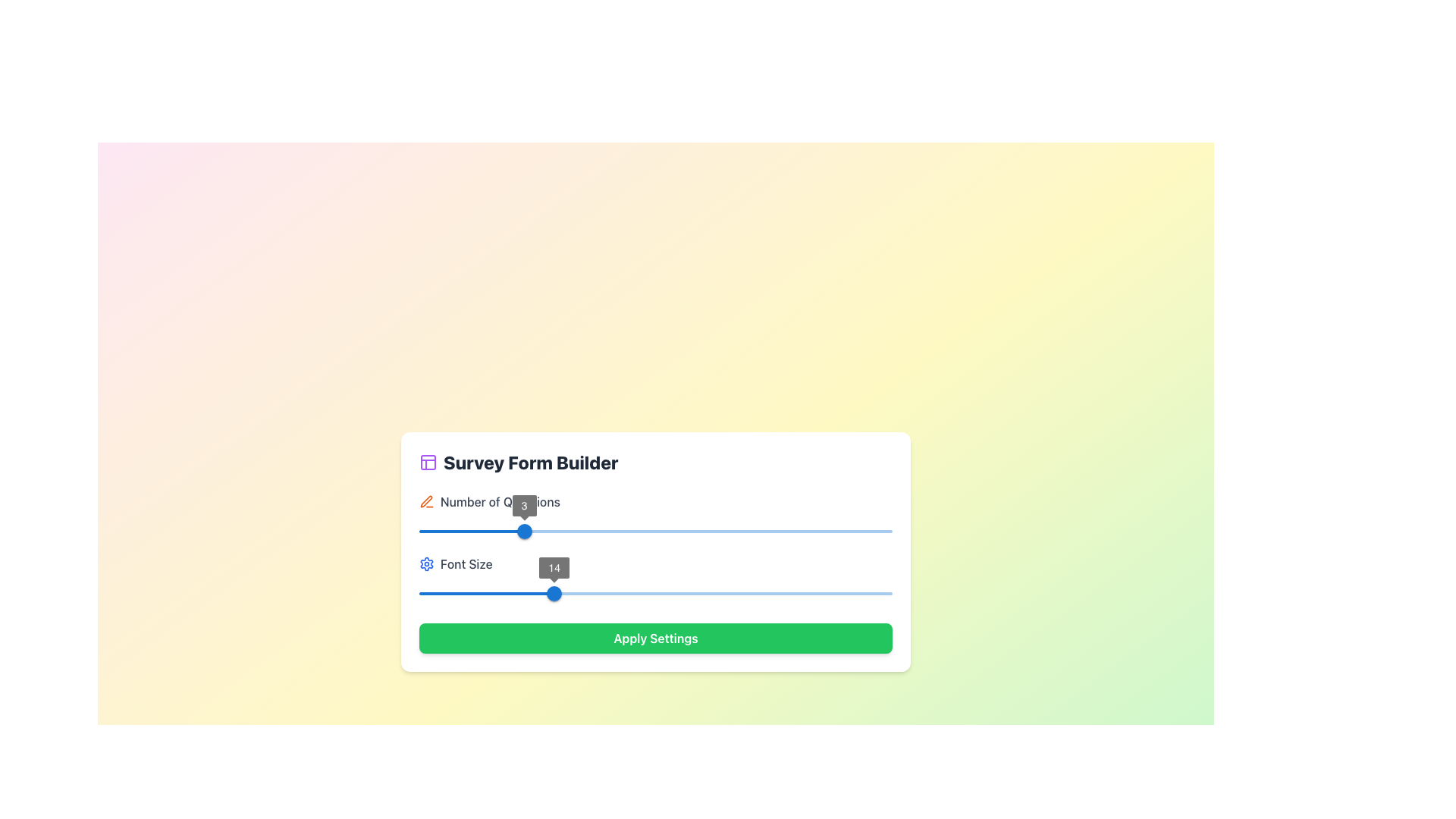 The height and width of the screenshot is (819, 1456). I want to click on the Slider Indicator of the 'Number of Questions' slider, which shows the progress of the selected value and is positioned at approximately 22.2% of the slider's width, so click(471, 531).